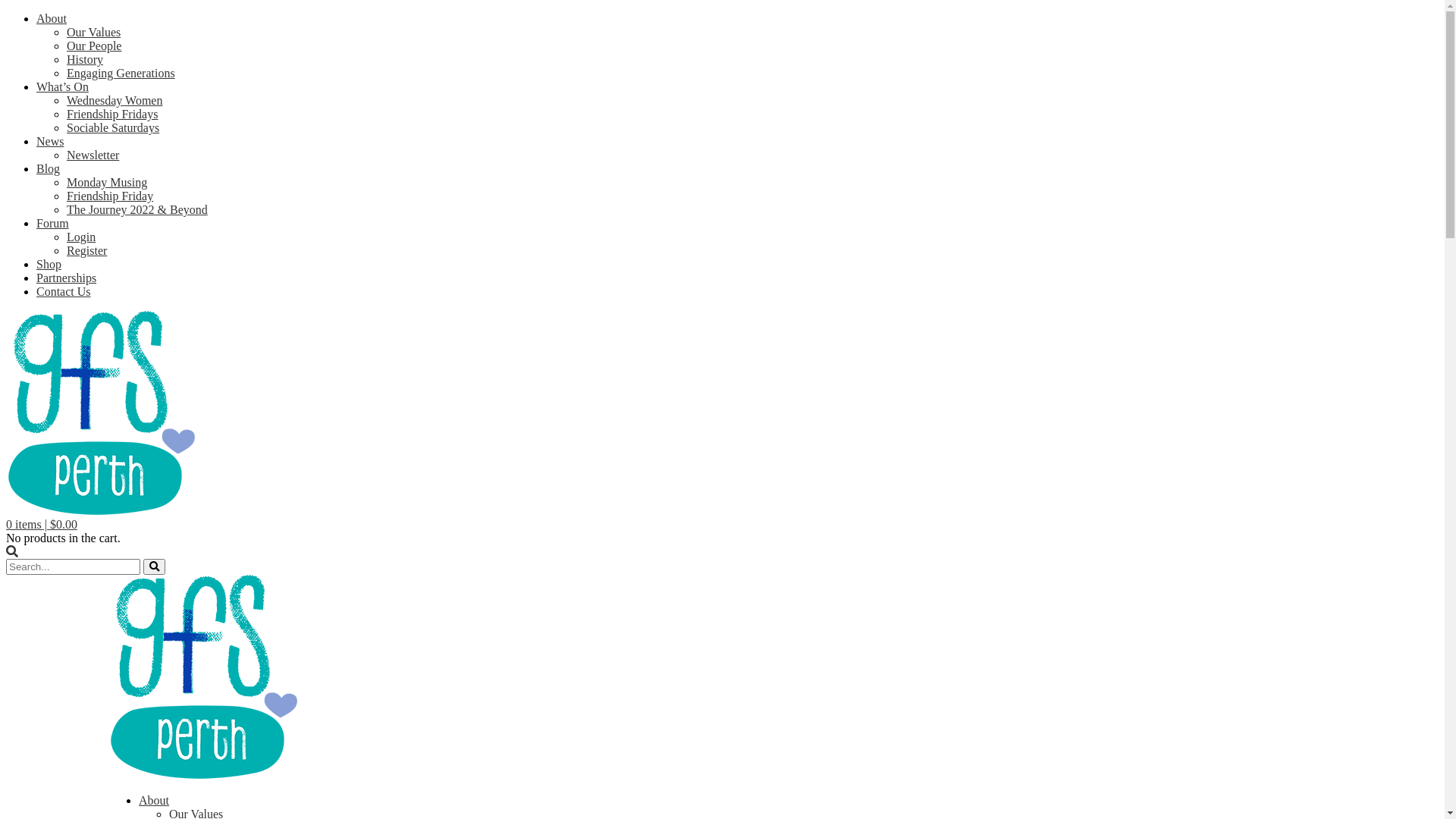 The width and height of the screenshot is (1456, 819). I want to click on 'Engaging Generations', so click(120, 73).